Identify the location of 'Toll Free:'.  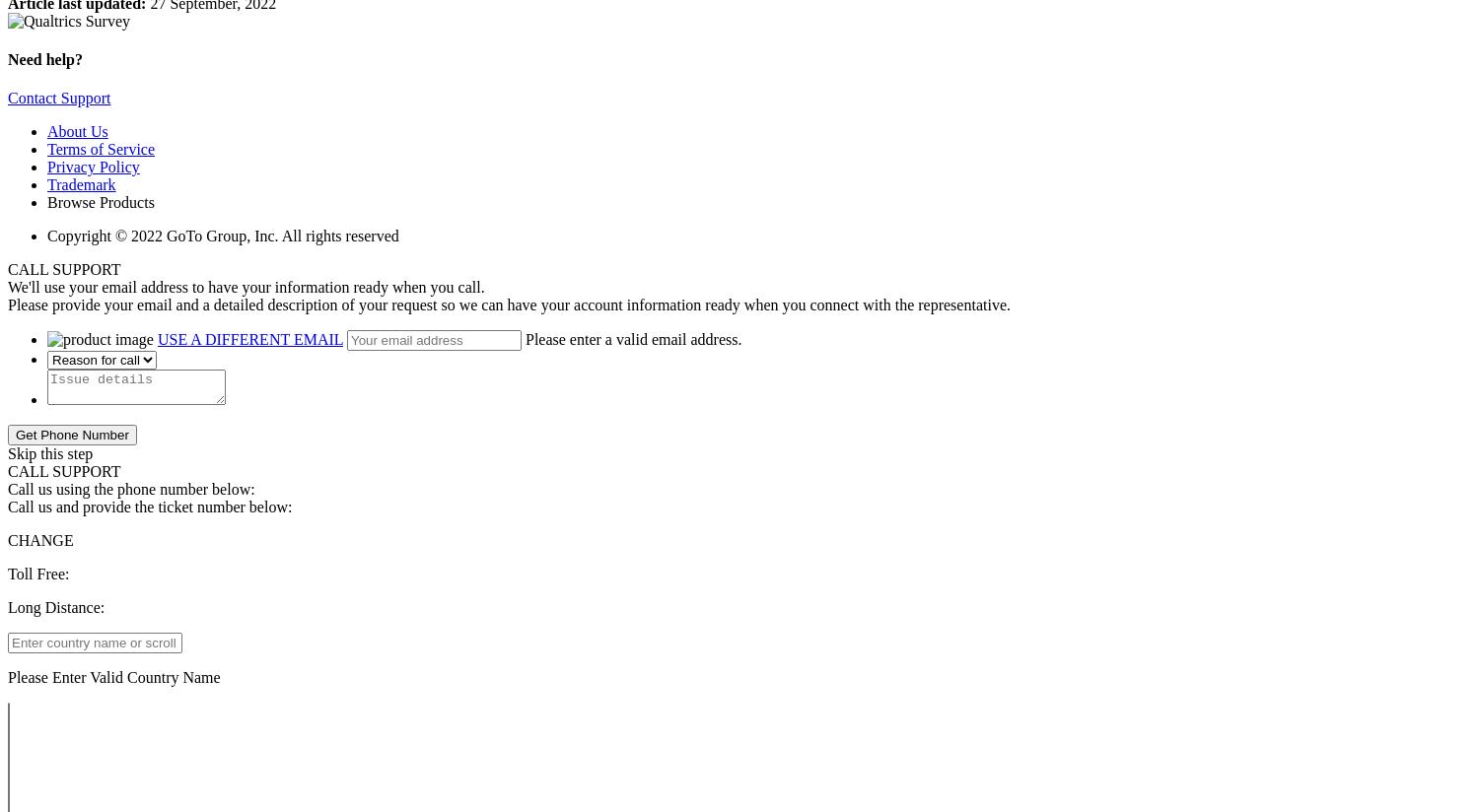
(7, 573).